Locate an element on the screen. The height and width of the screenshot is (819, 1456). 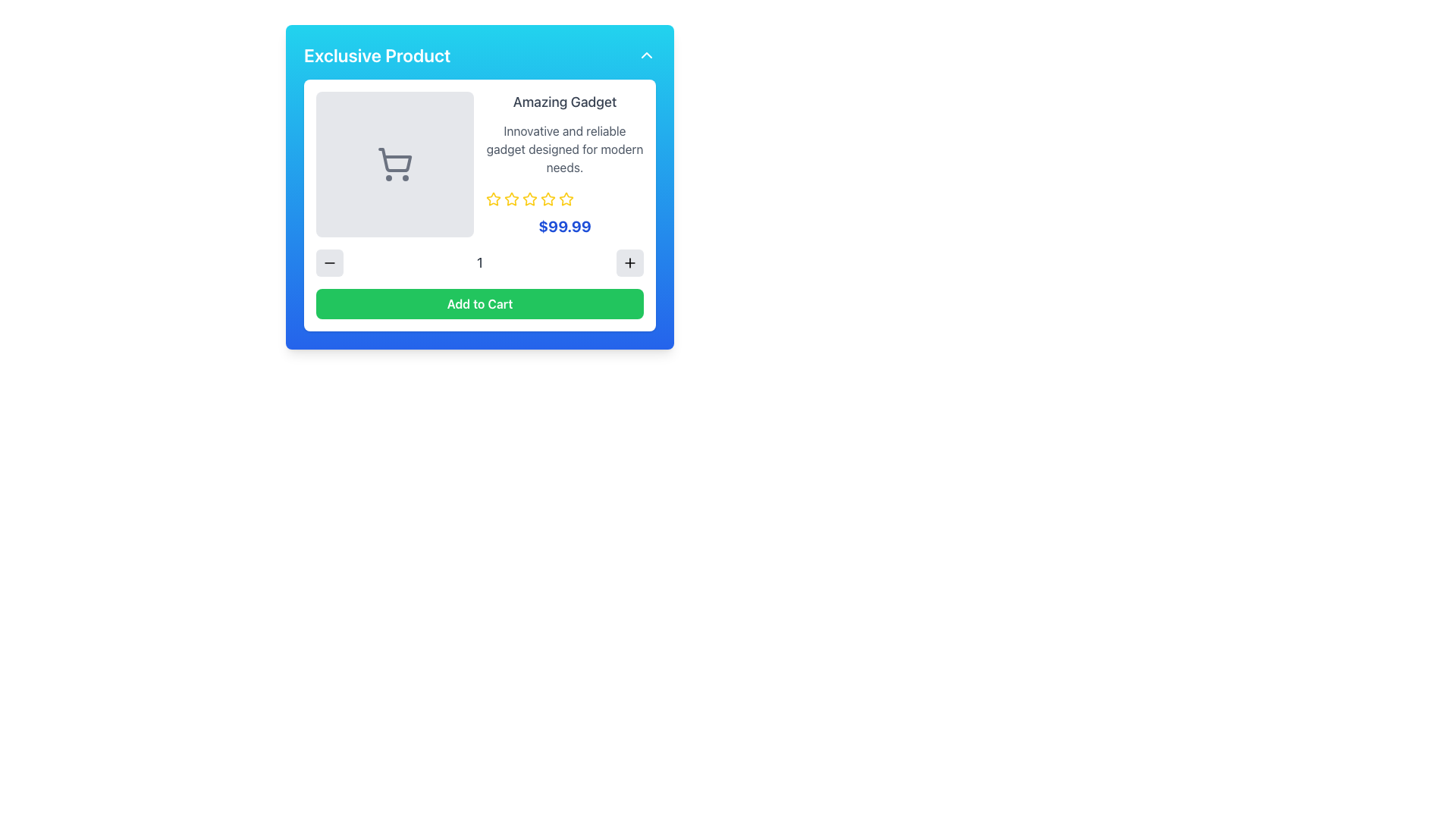
the horizontally elongated green 'Add to Cart' button with white text is located at coordinates (479, 304).